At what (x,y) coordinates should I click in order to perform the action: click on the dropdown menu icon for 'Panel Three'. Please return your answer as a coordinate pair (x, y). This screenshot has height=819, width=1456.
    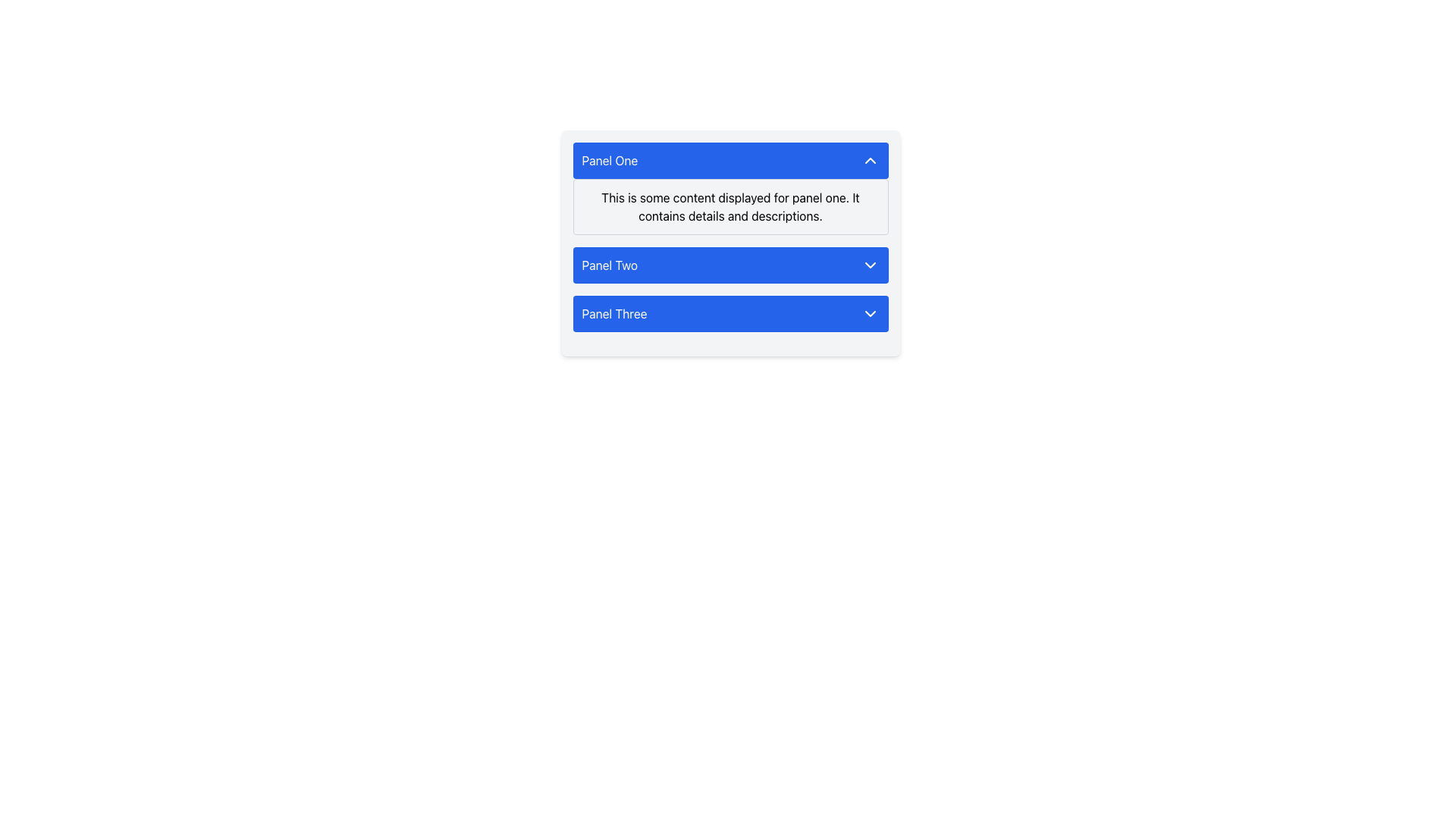
    Looking at the image, I should click on (870, 312).